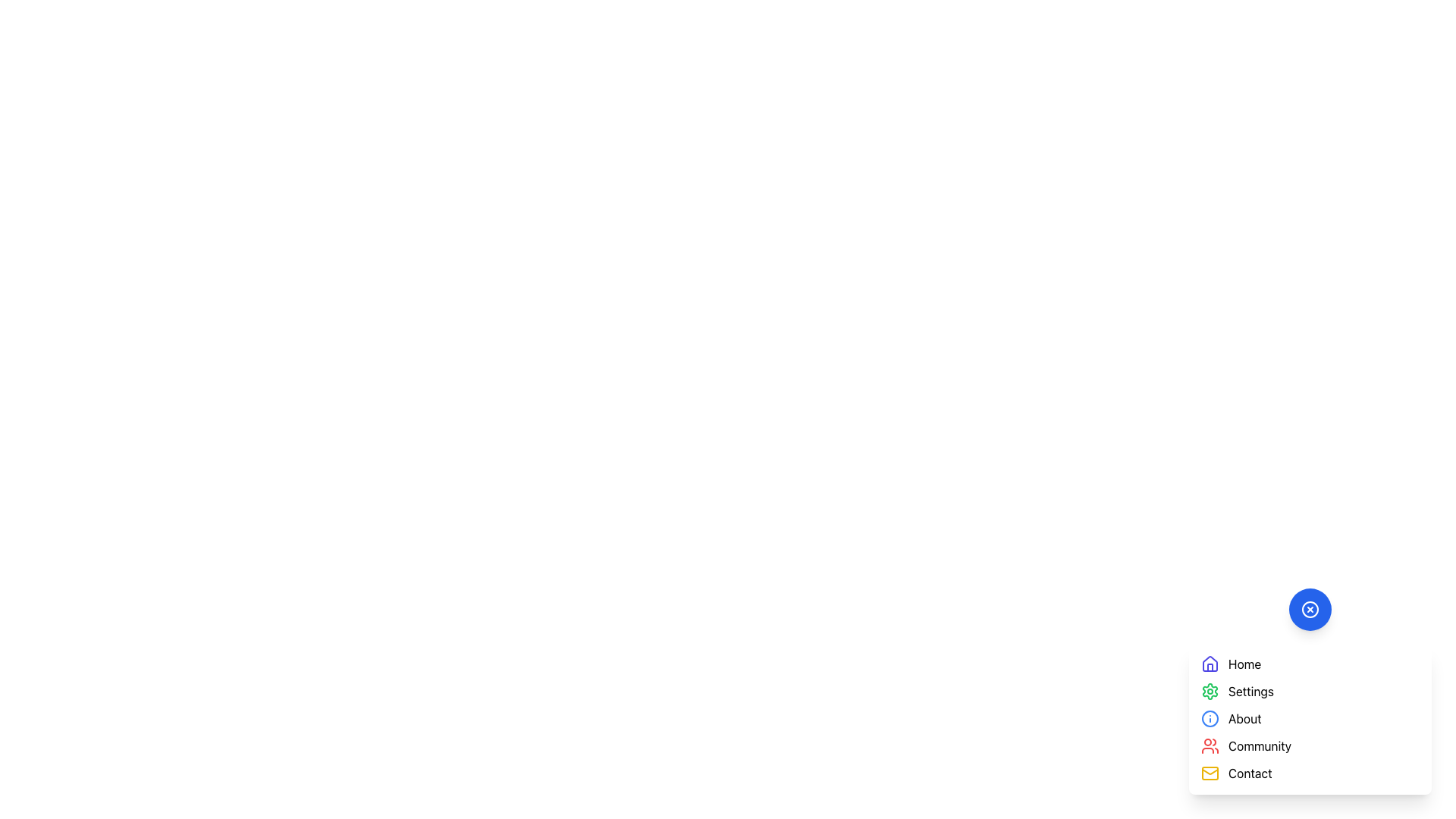  Describe the element at coordinates (1244, 663) in the screenshot. I see `the 'Home' text label displayed in black font, which is positioned to the right of a house icon in a horizontal menu arrangement` at that location.